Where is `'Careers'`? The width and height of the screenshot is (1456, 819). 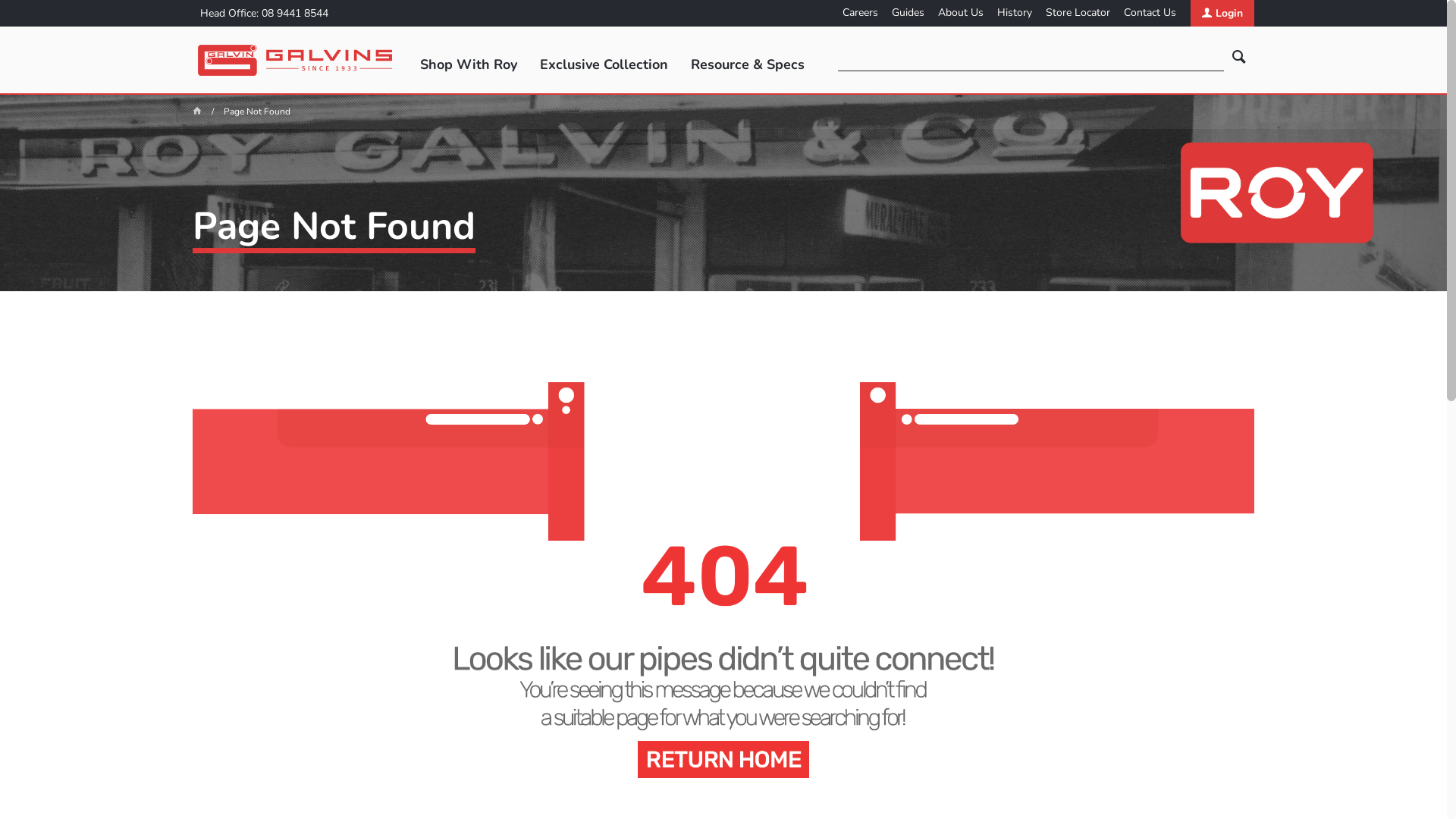 'Careers' is located at coordinates (860, 13).